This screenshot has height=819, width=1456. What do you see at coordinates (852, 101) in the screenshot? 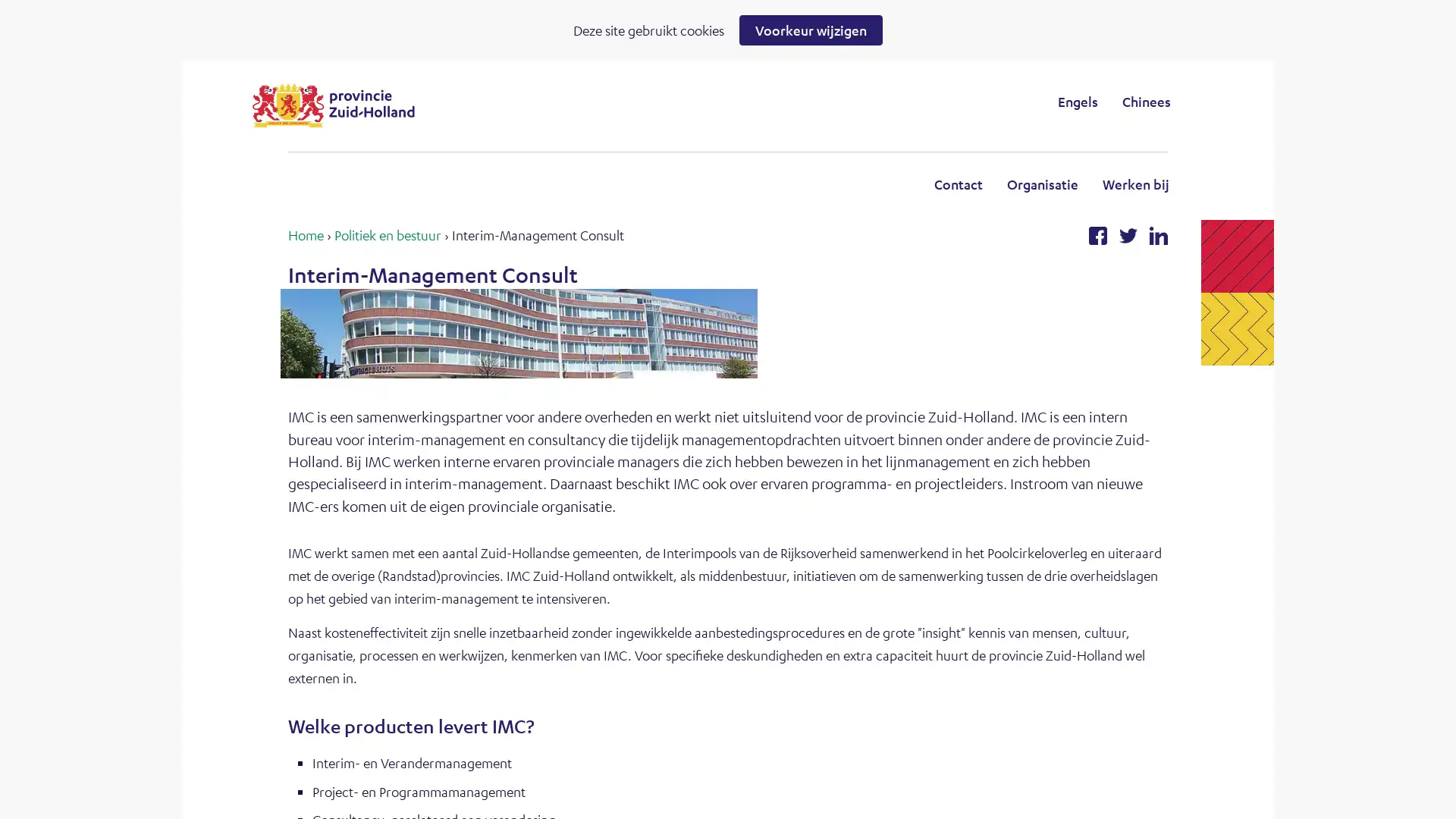
I see `Zoeken` at bounding box center [852, 101].